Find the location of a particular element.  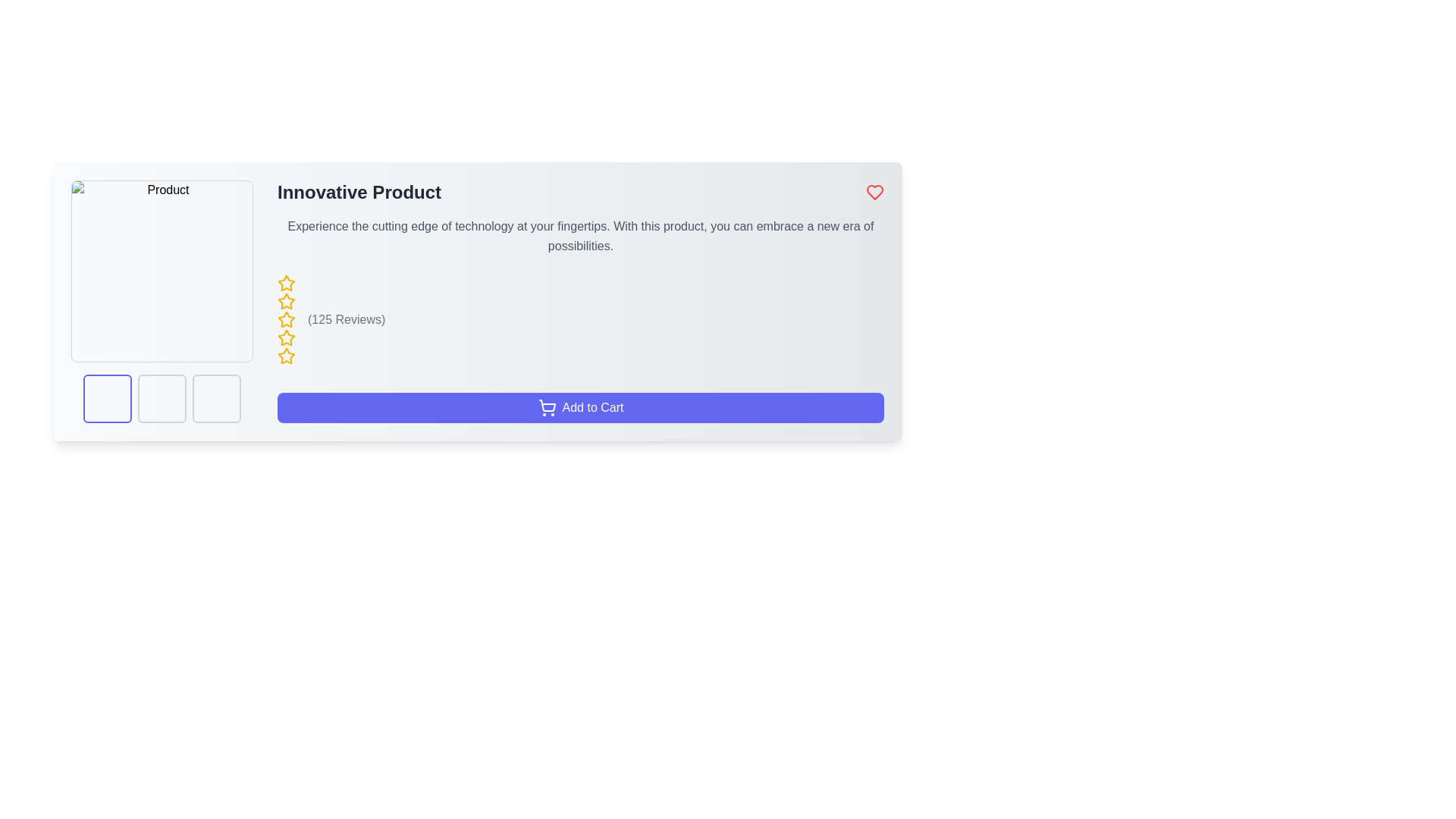

the heart-shaped SVG icon located in the top-right corner of the interface is located at coordinates (874, 192).